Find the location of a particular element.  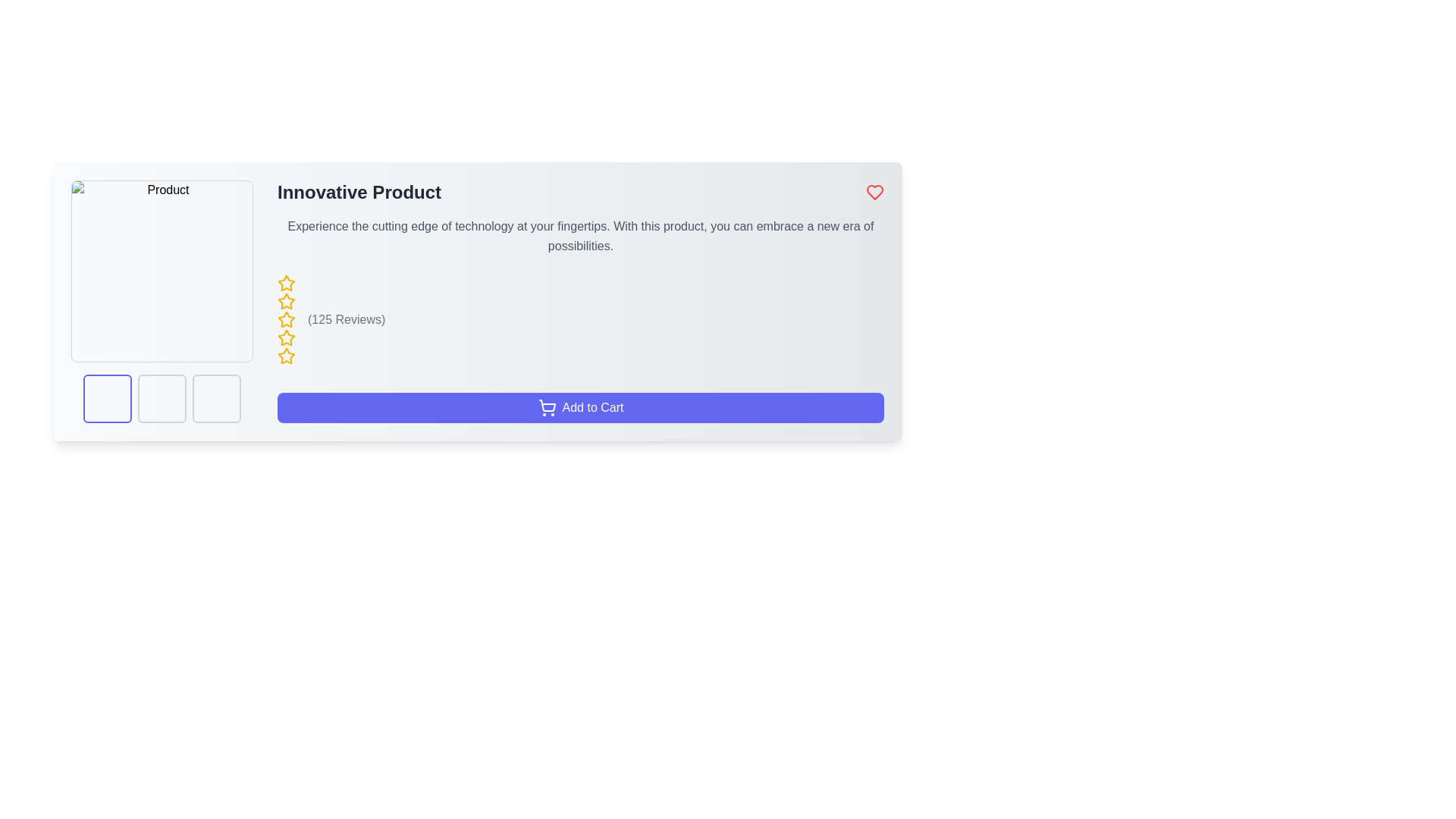

the heart-shaped SVG icon located in the top-right corner of the interface is located at coordinates (874, 192).